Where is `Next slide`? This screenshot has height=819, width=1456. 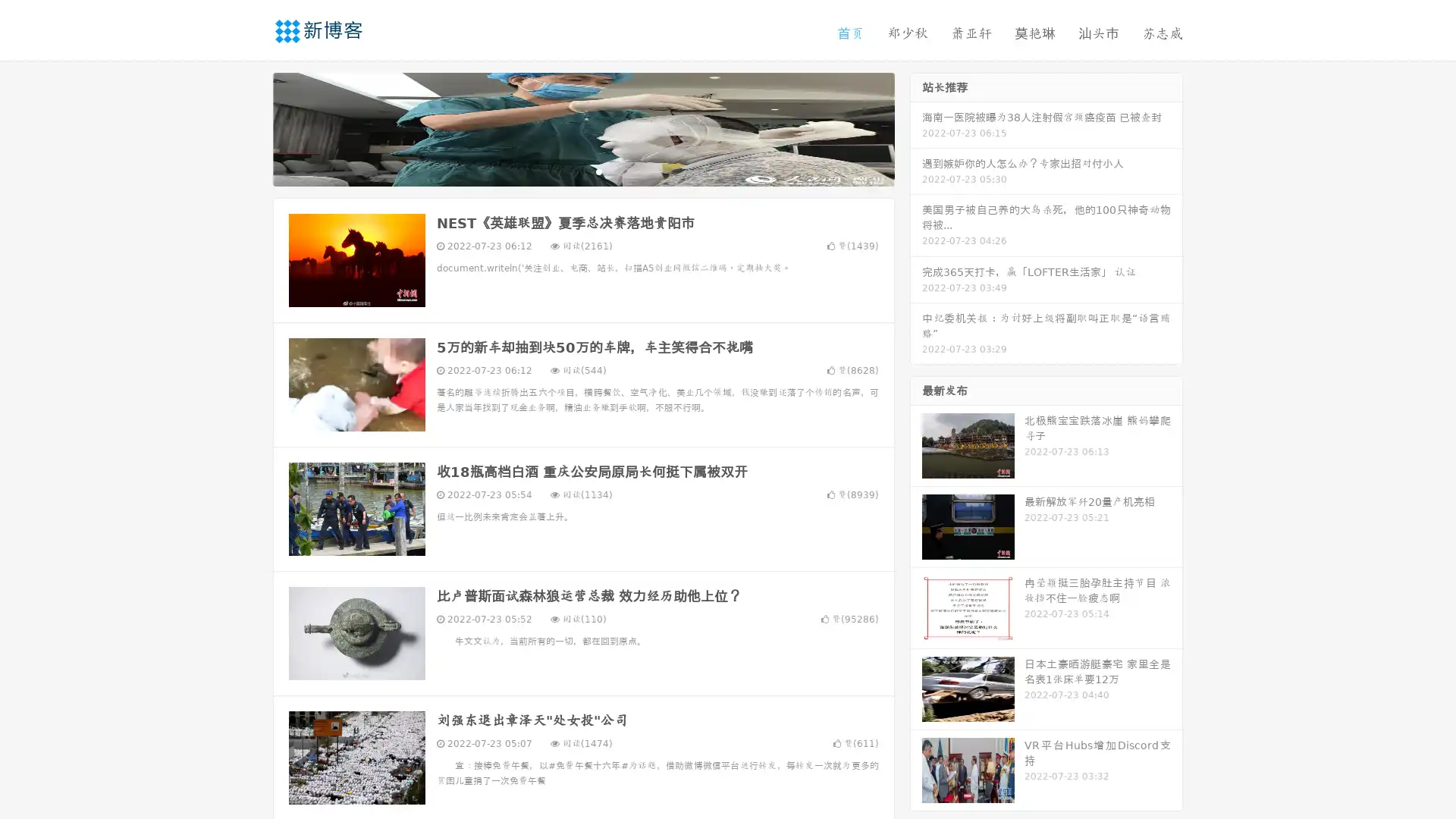
Next slide is located at coordinates (916, 127).